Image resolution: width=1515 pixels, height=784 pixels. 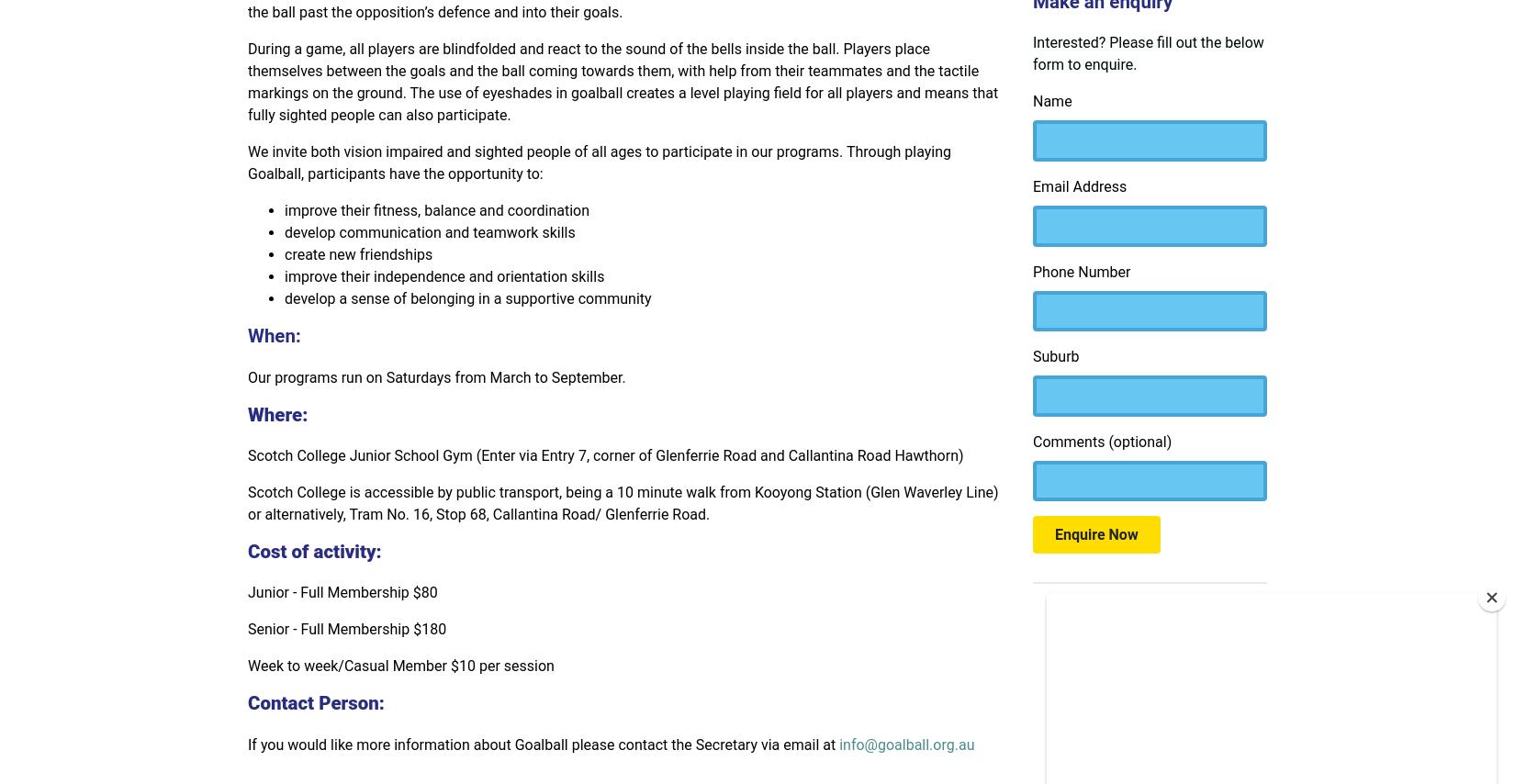 What do you see at coordinates (1056, 355) in the screenshot?
I see `'Suburb'` at bounding box center [1056, 355].